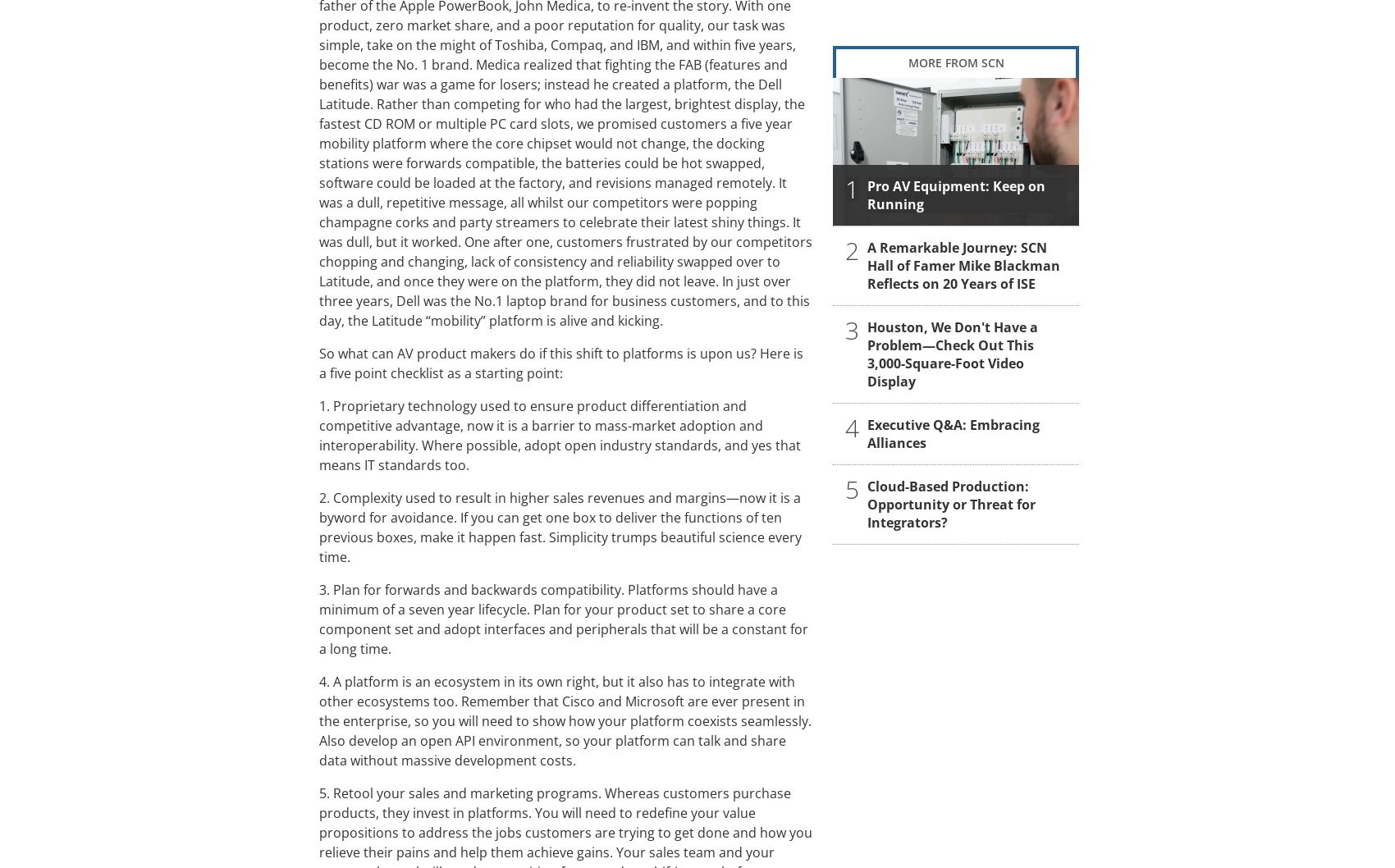 The width and height of the screenshot is (1395, 868). Describe the element at coordinates (561, 362) in the screenshot. I see `'So what can AV product makers do if this shift to platforms is upon us? Here is a five point checklist as a starting point:'` at that location.